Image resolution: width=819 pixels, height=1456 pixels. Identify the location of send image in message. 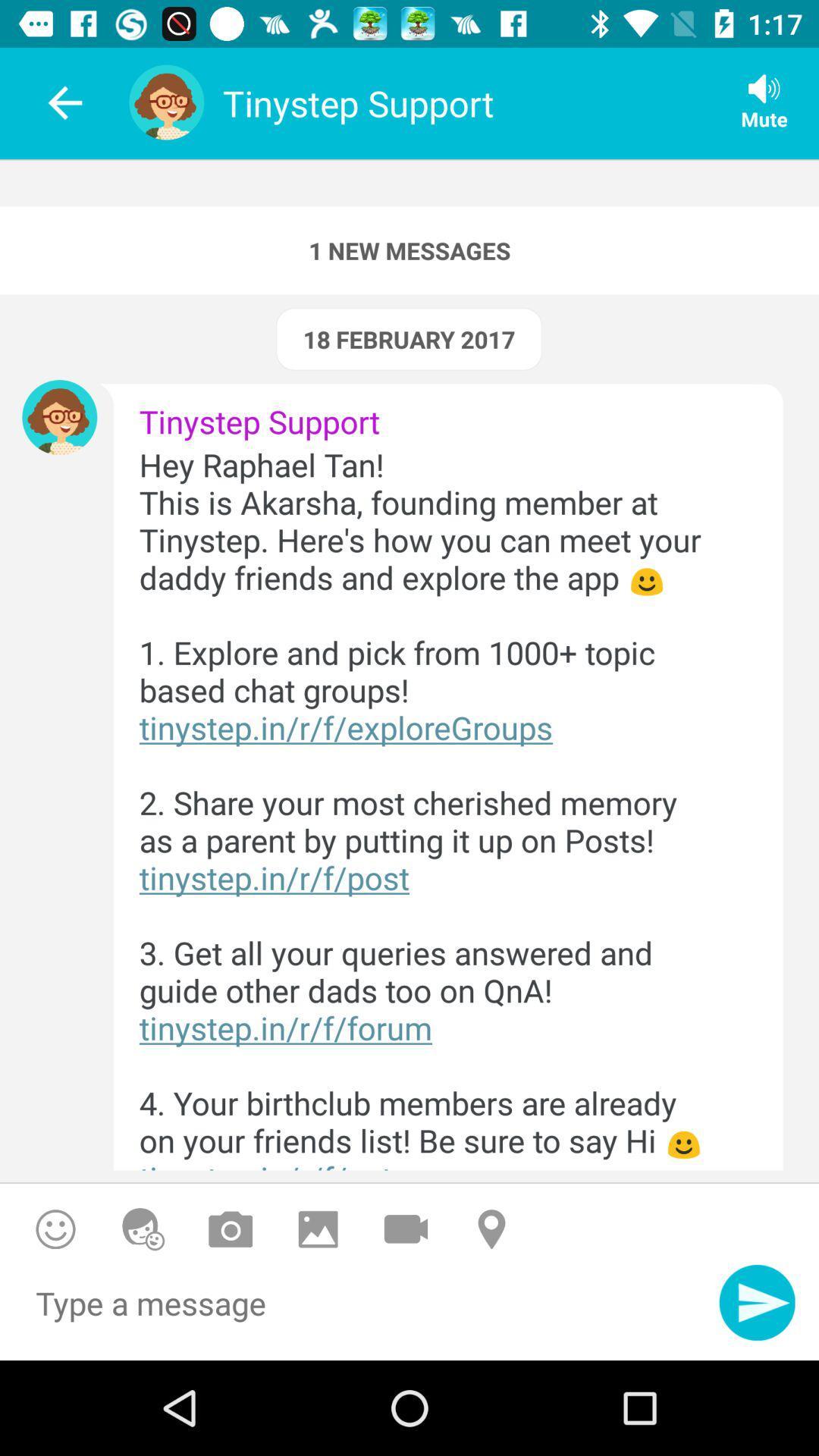
(318, 1229).